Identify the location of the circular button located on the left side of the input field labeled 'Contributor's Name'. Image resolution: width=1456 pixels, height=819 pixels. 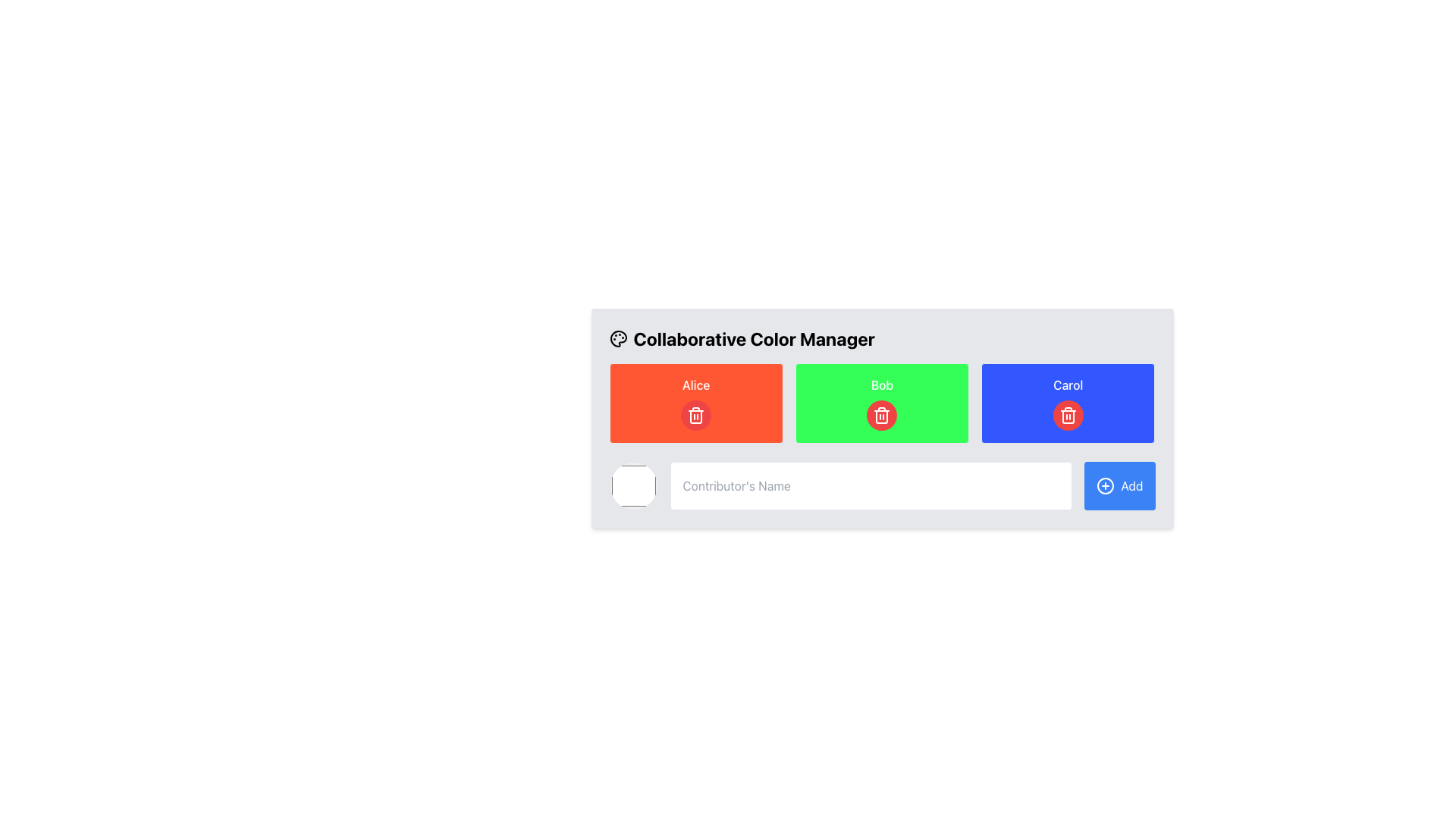
(633, 485).